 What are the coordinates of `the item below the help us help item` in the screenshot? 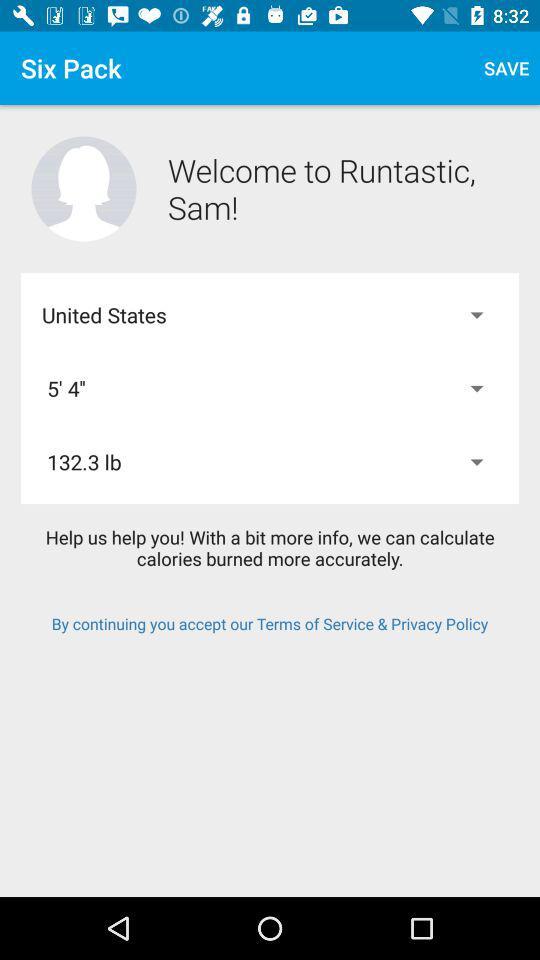 It's located at (270, 622).